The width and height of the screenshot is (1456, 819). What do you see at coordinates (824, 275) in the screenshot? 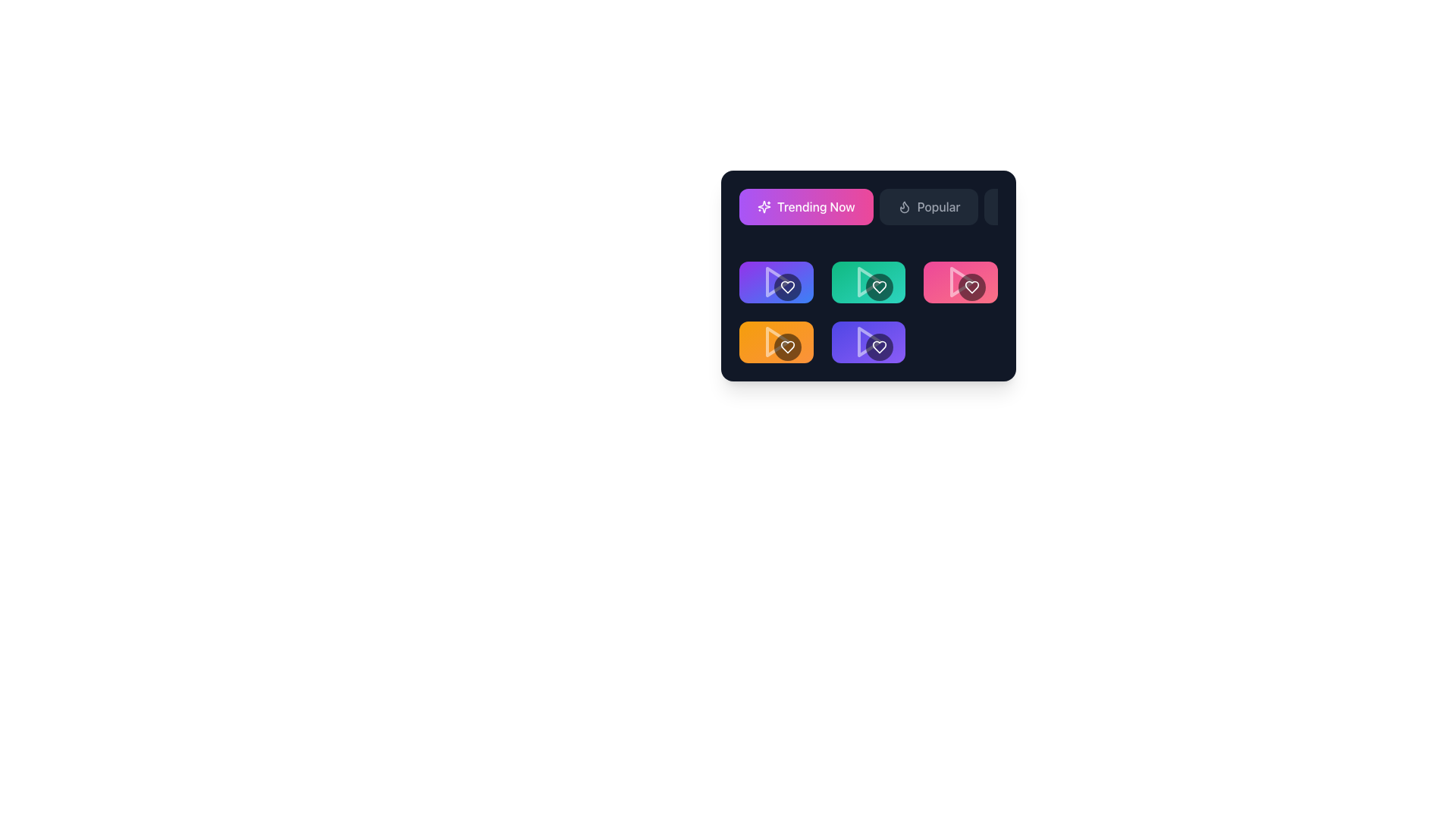
I see `the interactive icon button located in the second column of the first row` at bounding box center [824, 275].